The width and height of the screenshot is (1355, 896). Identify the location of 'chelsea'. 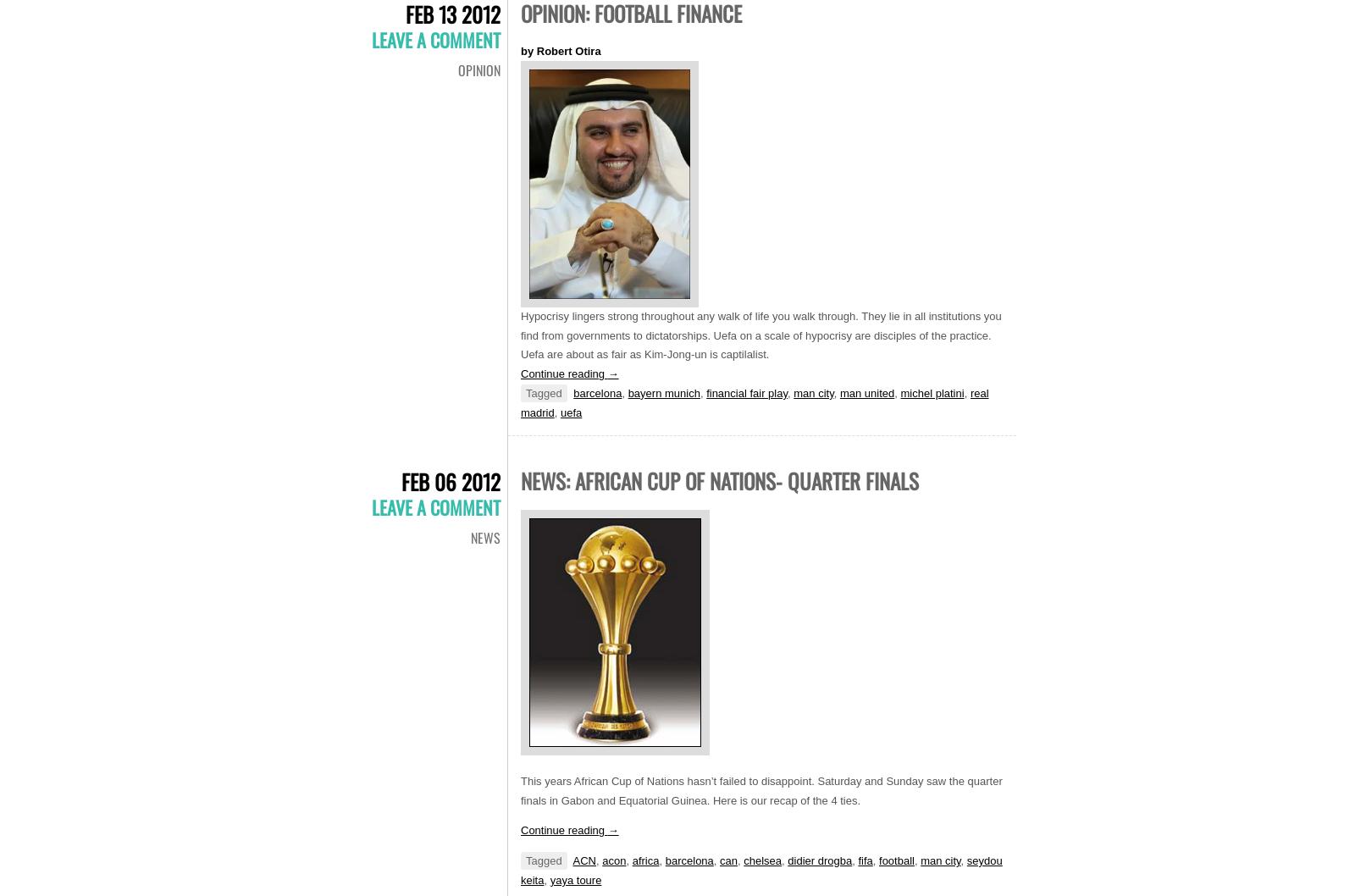
(742, 860).